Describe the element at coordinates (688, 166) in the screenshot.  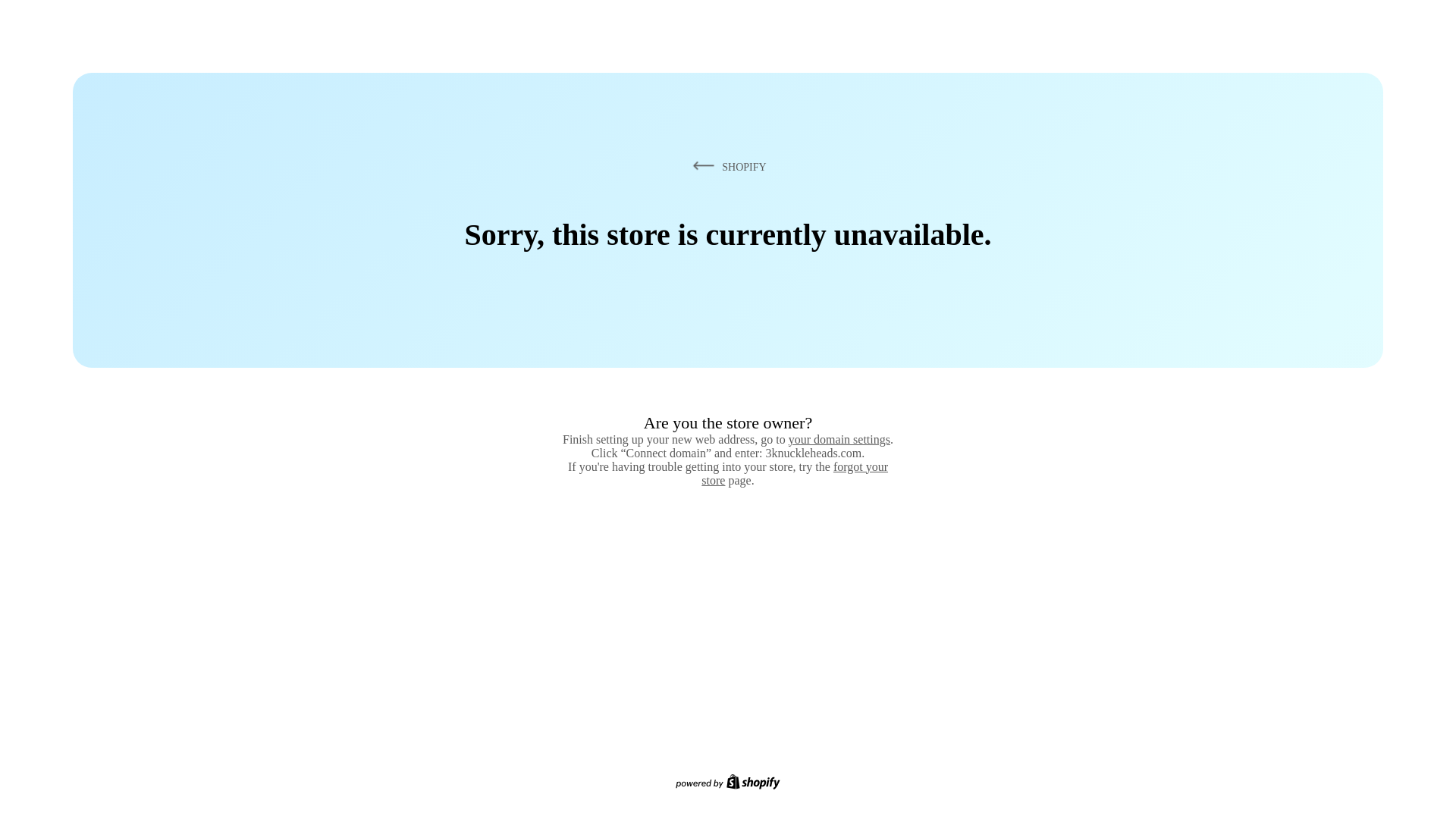
I see `'SHOPIFY'` at that location.